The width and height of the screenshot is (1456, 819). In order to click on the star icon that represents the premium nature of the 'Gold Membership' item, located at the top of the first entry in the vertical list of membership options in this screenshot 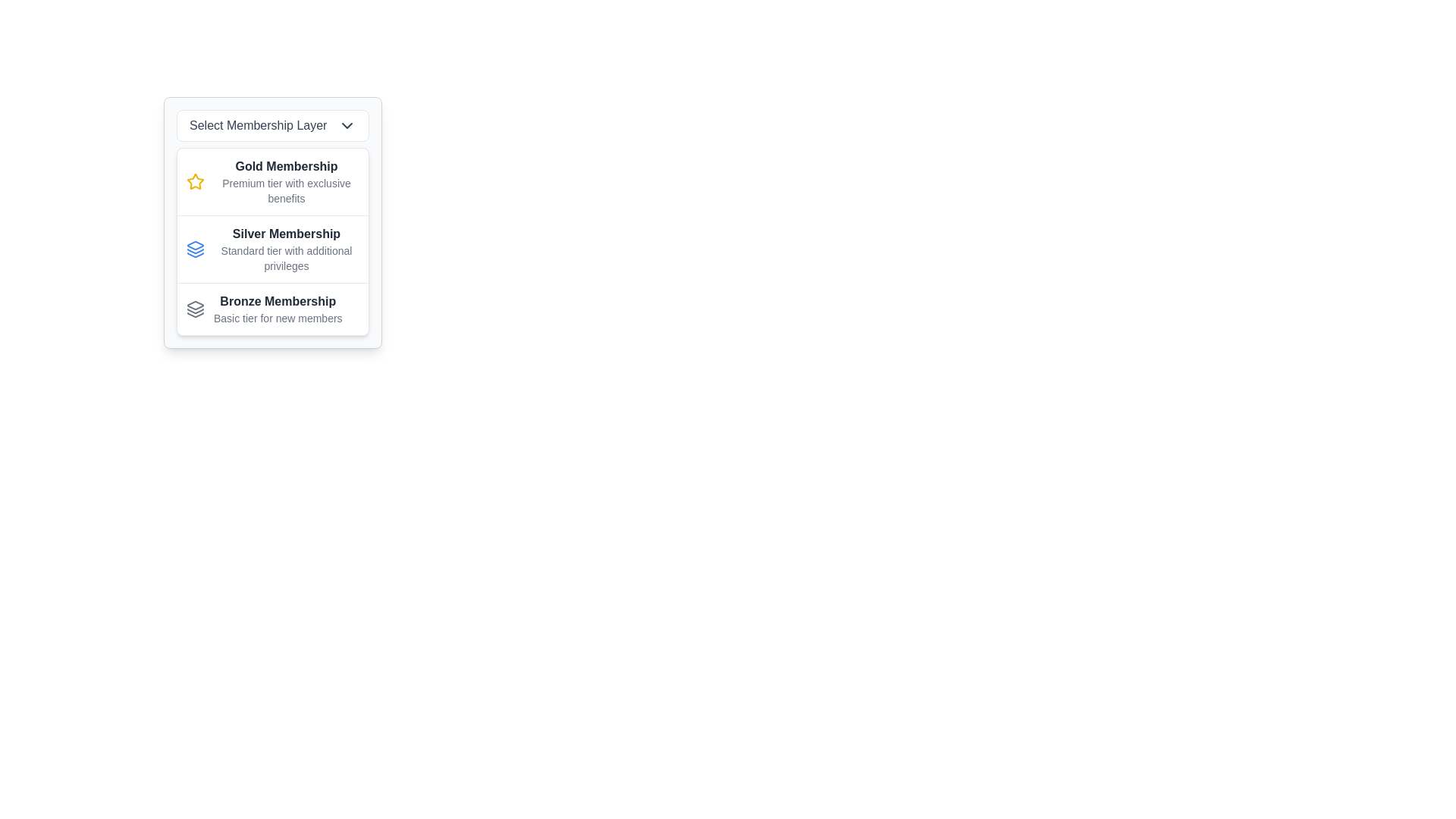, I will do `click(195, 180)`.